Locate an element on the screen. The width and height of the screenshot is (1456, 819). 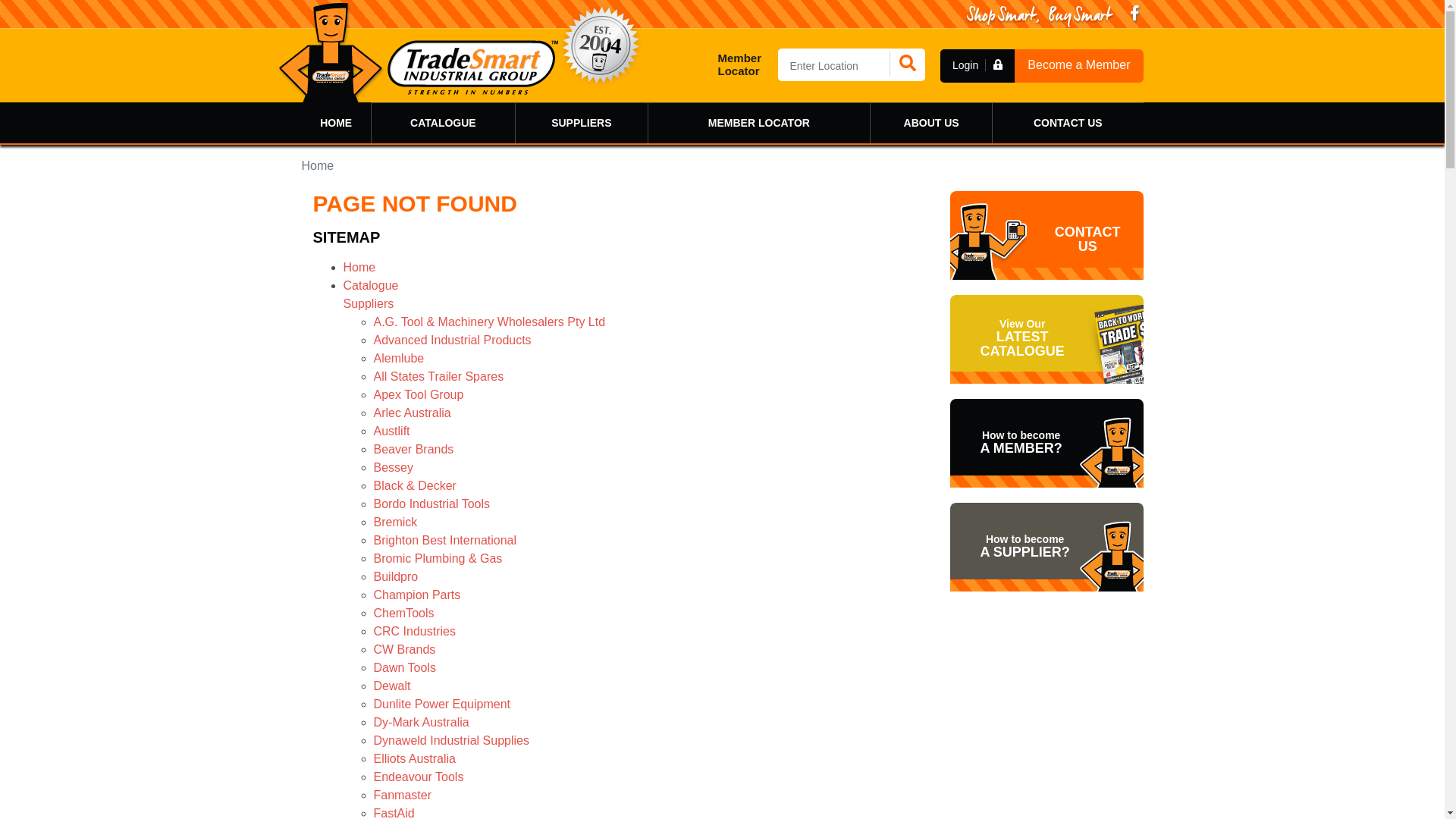
'Become a Member' is located at coordinates (1078, 64).